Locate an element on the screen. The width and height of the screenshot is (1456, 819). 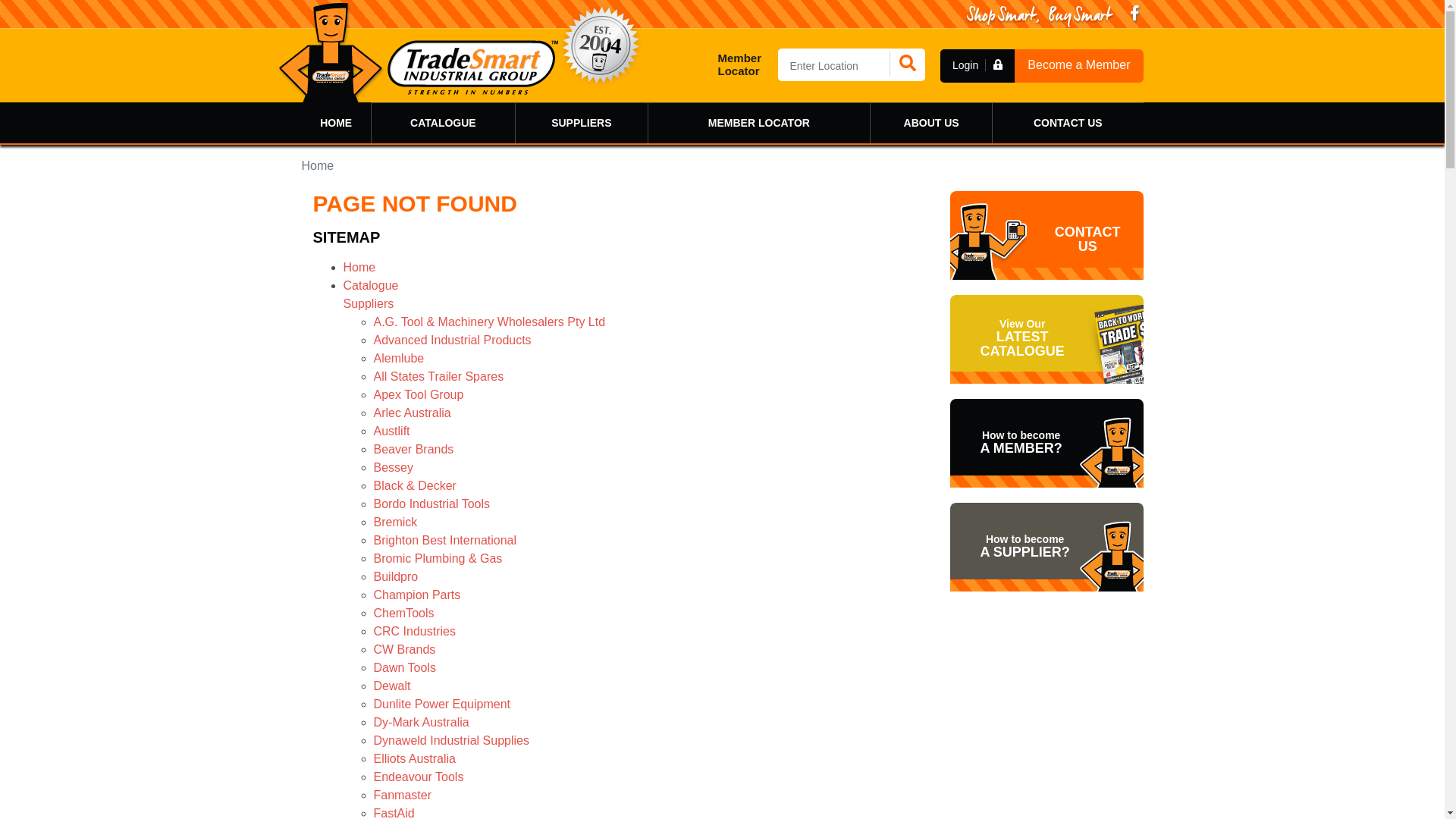
'Become a Member' is located at coordinates (1078, 64).